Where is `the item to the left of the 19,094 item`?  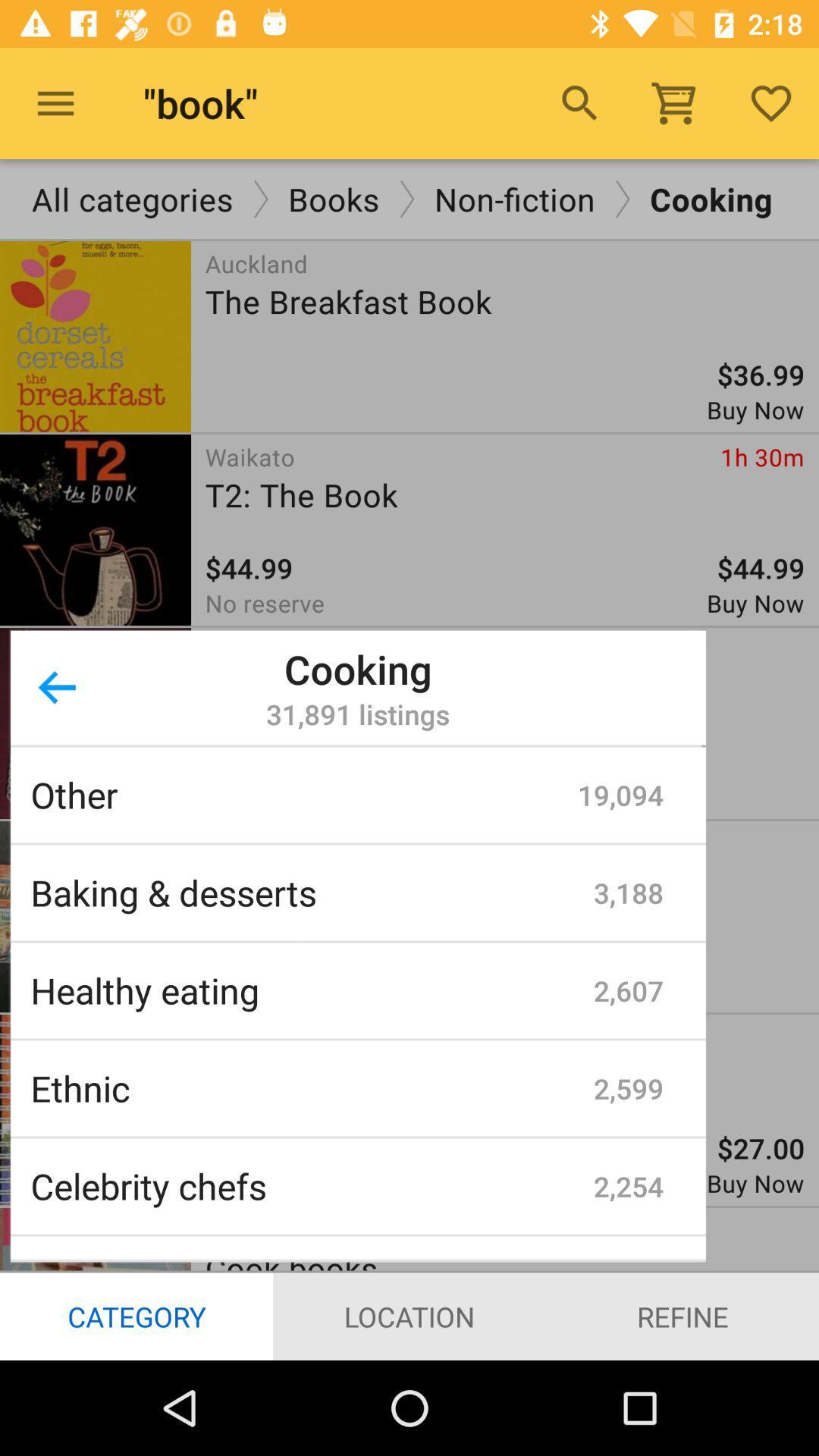
the item to the left of the 19,094 item is located at coordinates (304, 794).